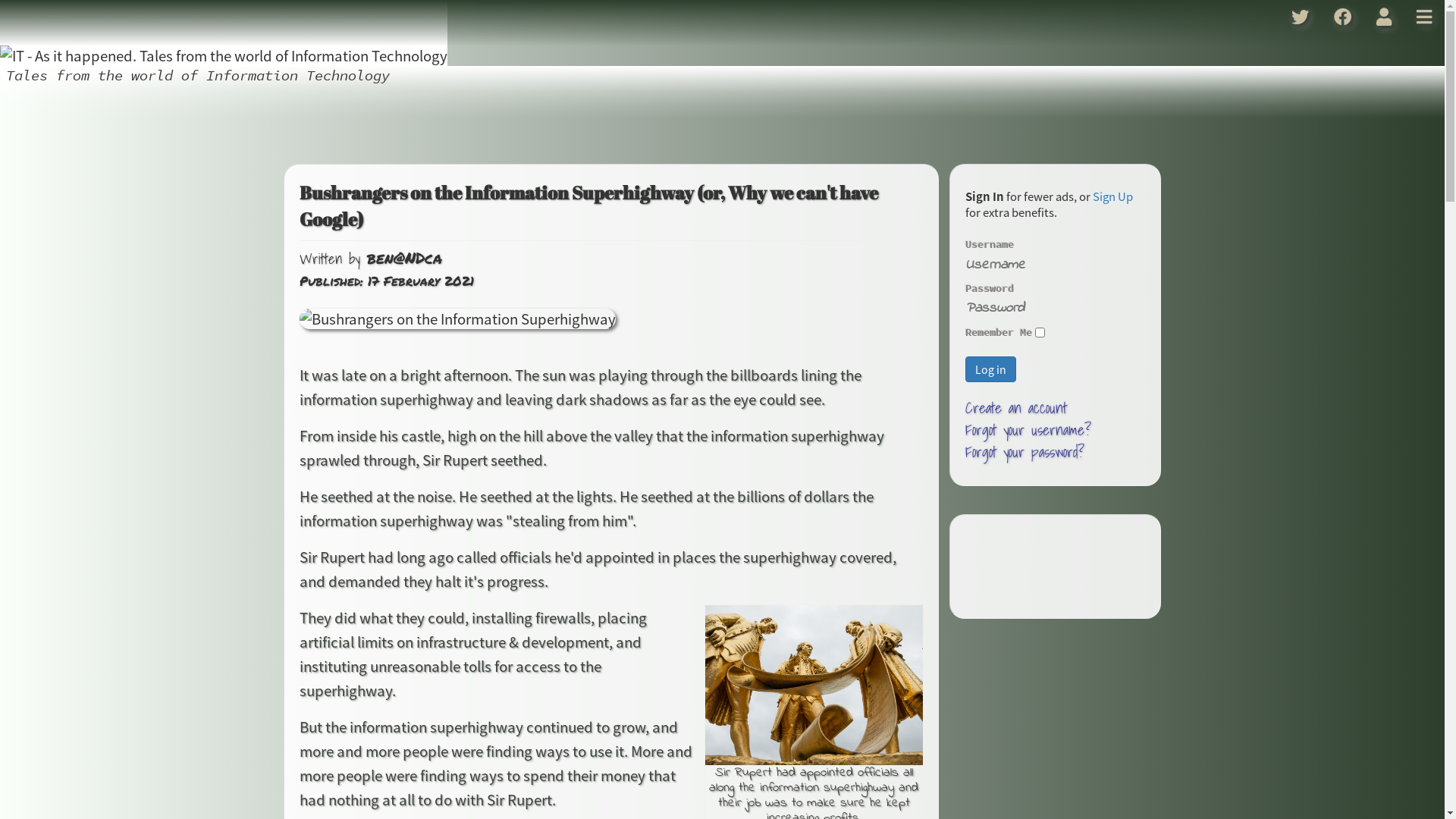 This screenshot has height=819, width=1456. Describe the element at coordinates (1028, 430) in the screenshot. I see `'Forgot your username?'` at that location.